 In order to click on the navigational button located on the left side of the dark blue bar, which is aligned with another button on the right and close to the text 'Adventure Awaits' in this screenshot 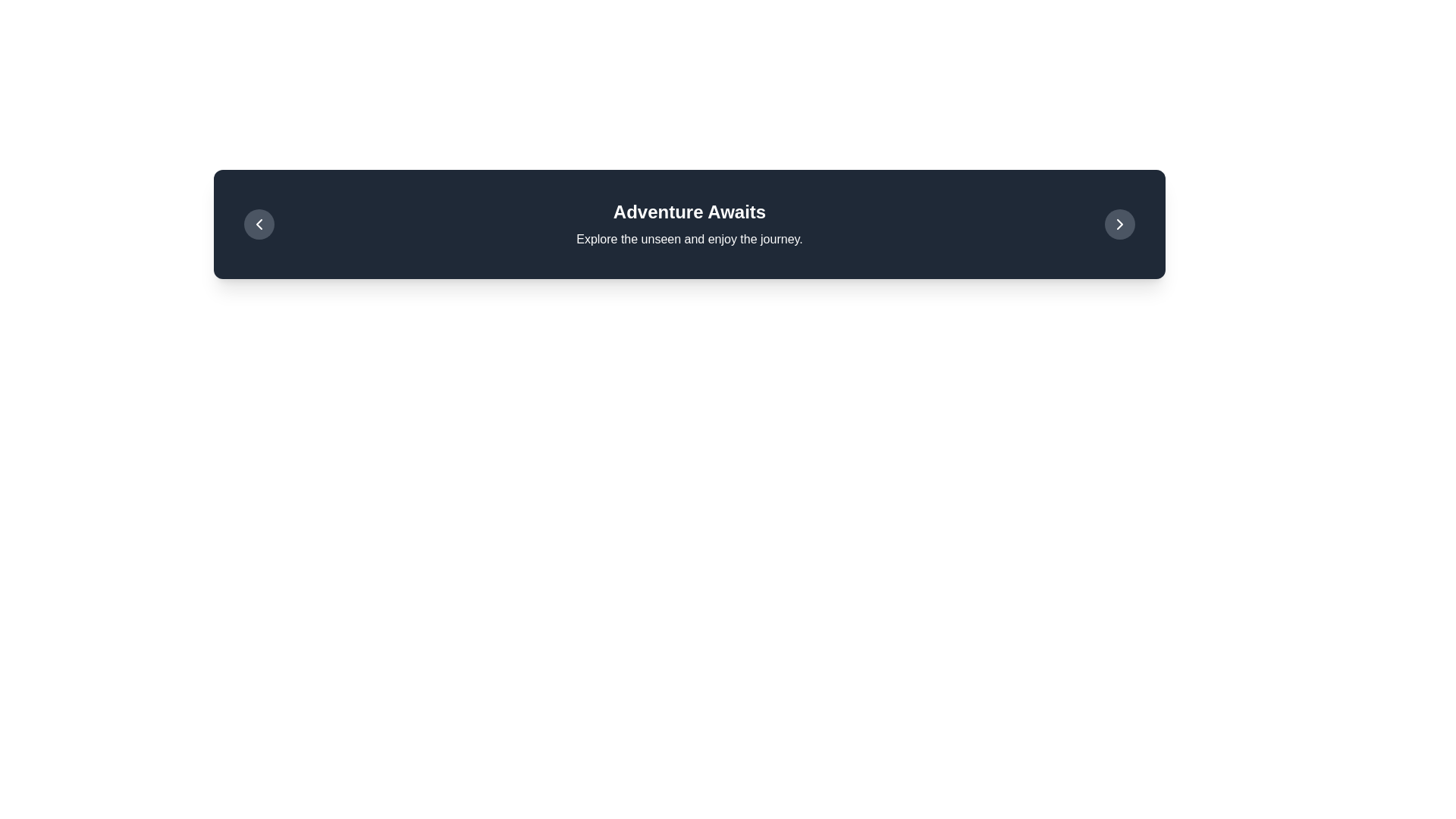, I will do `click(259, 224)`.